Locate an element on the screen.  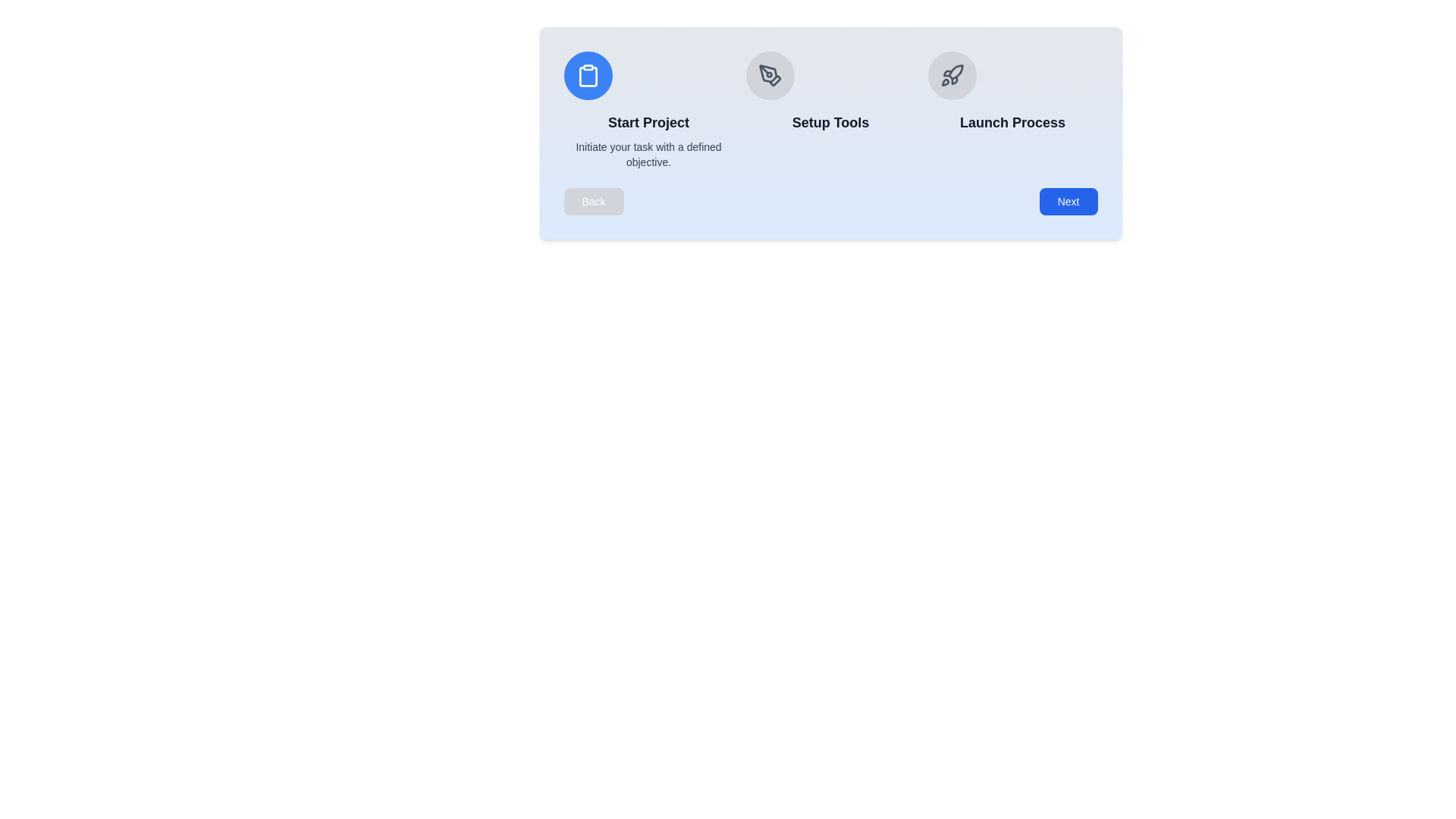
the icon of the current step to focus on it visually is located at coordinates (587, 76).